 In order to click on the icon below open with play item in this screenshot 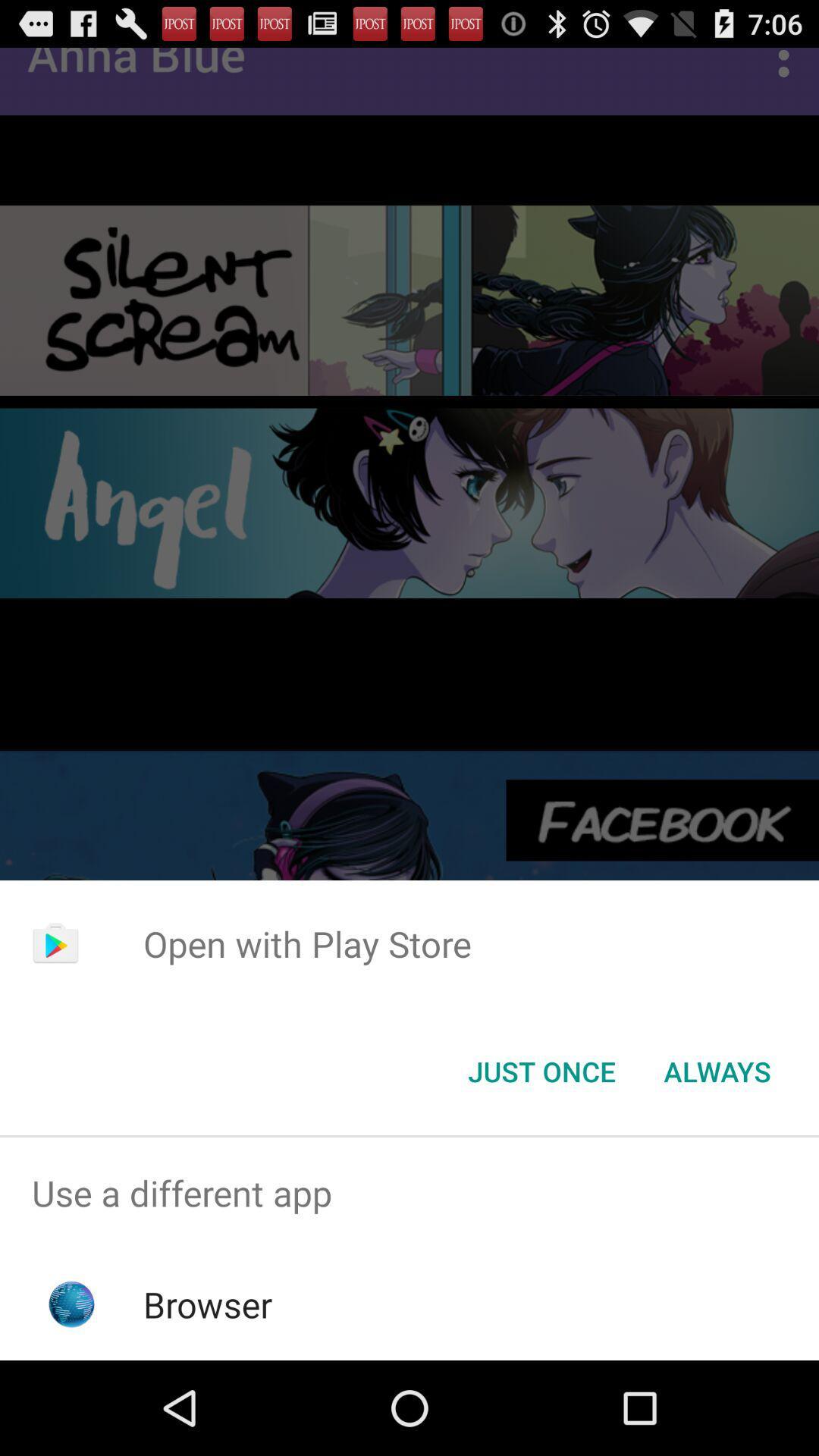, I will do `click(541, 1070)`.